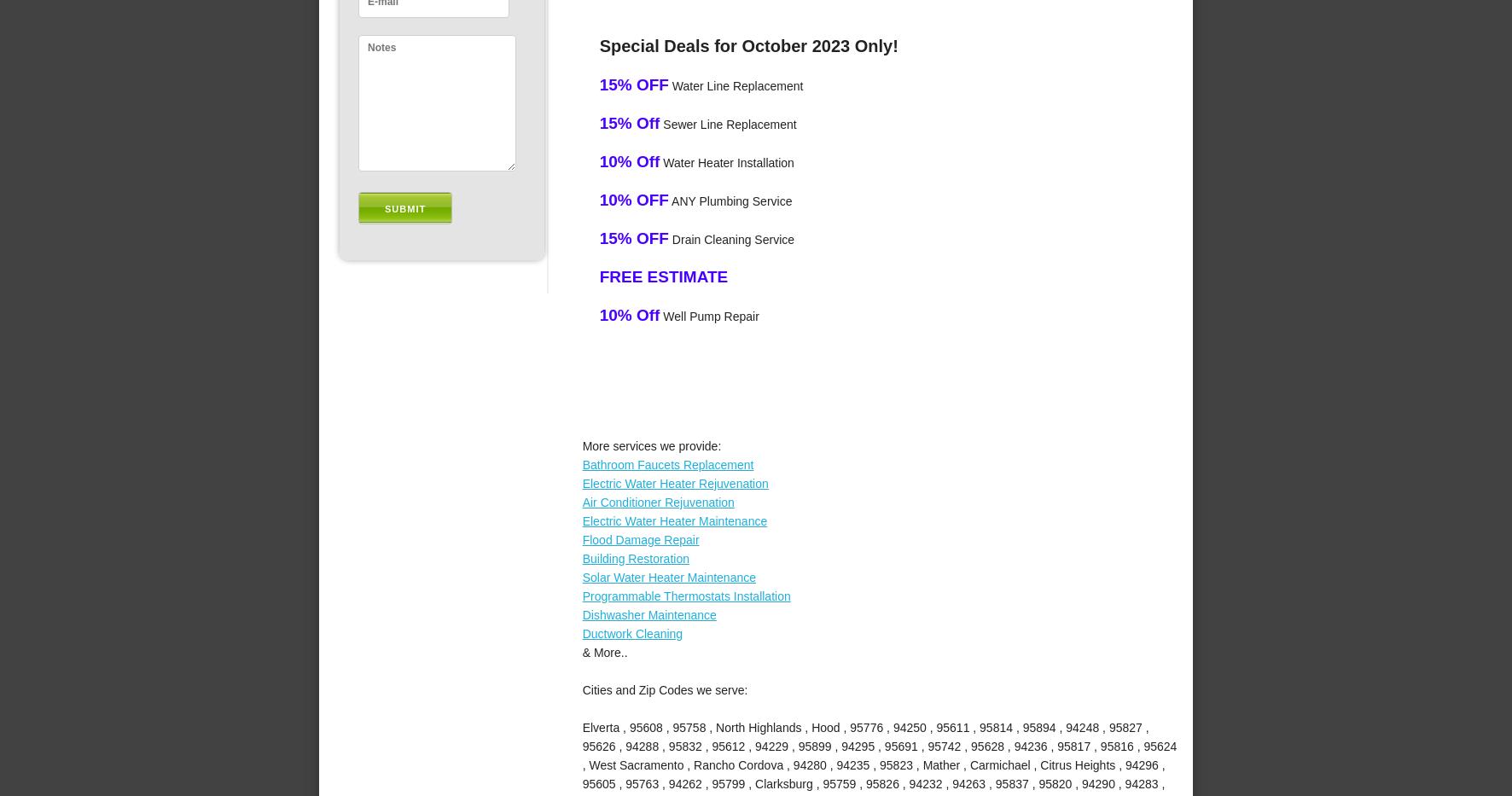 This screenshot has height=796, width=1512. I want to click on 'Dishwasher Maintenance', so click(648, 613).